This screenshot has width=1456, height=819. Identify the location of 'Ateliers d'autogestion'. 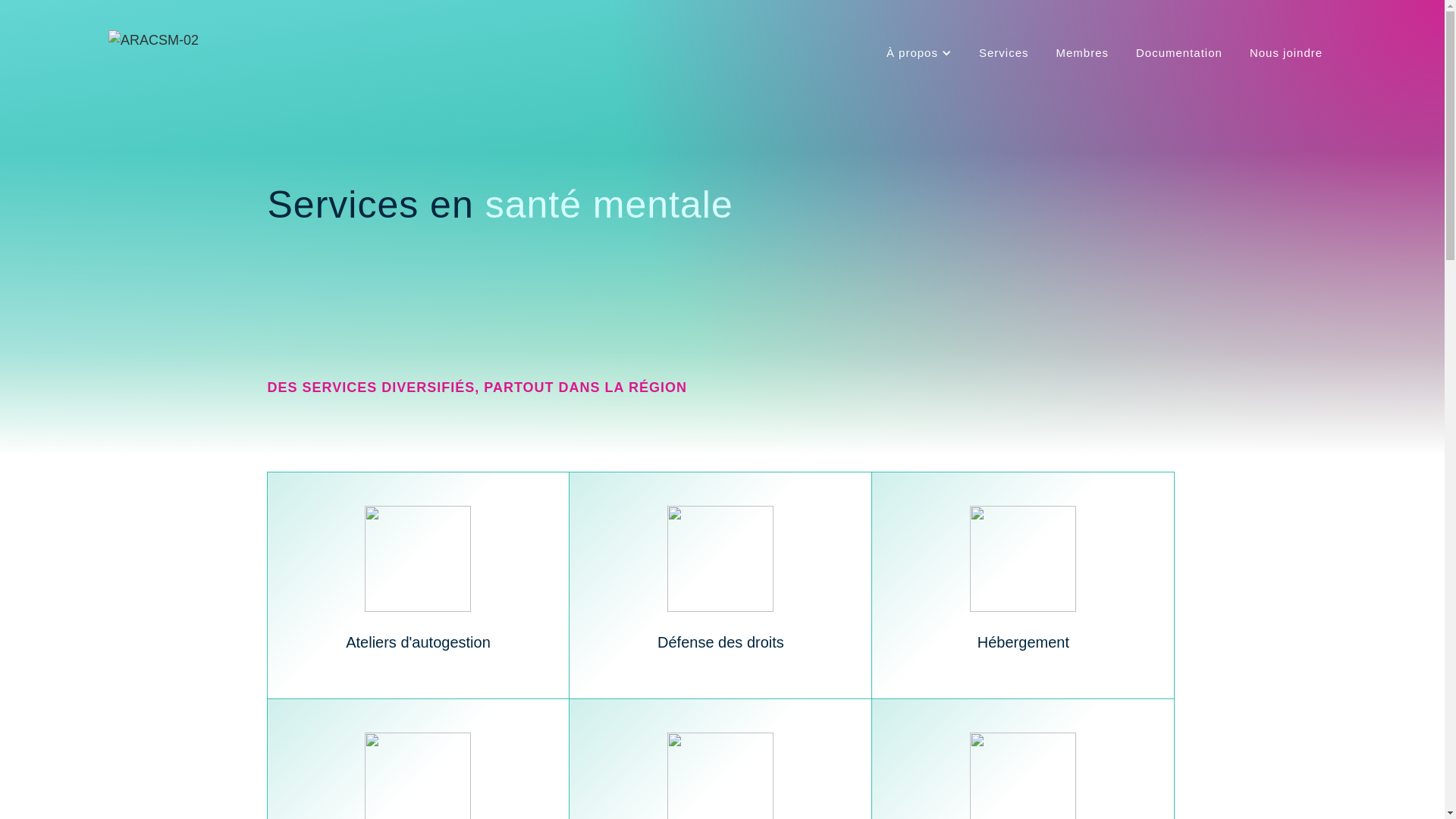
(419, 584).